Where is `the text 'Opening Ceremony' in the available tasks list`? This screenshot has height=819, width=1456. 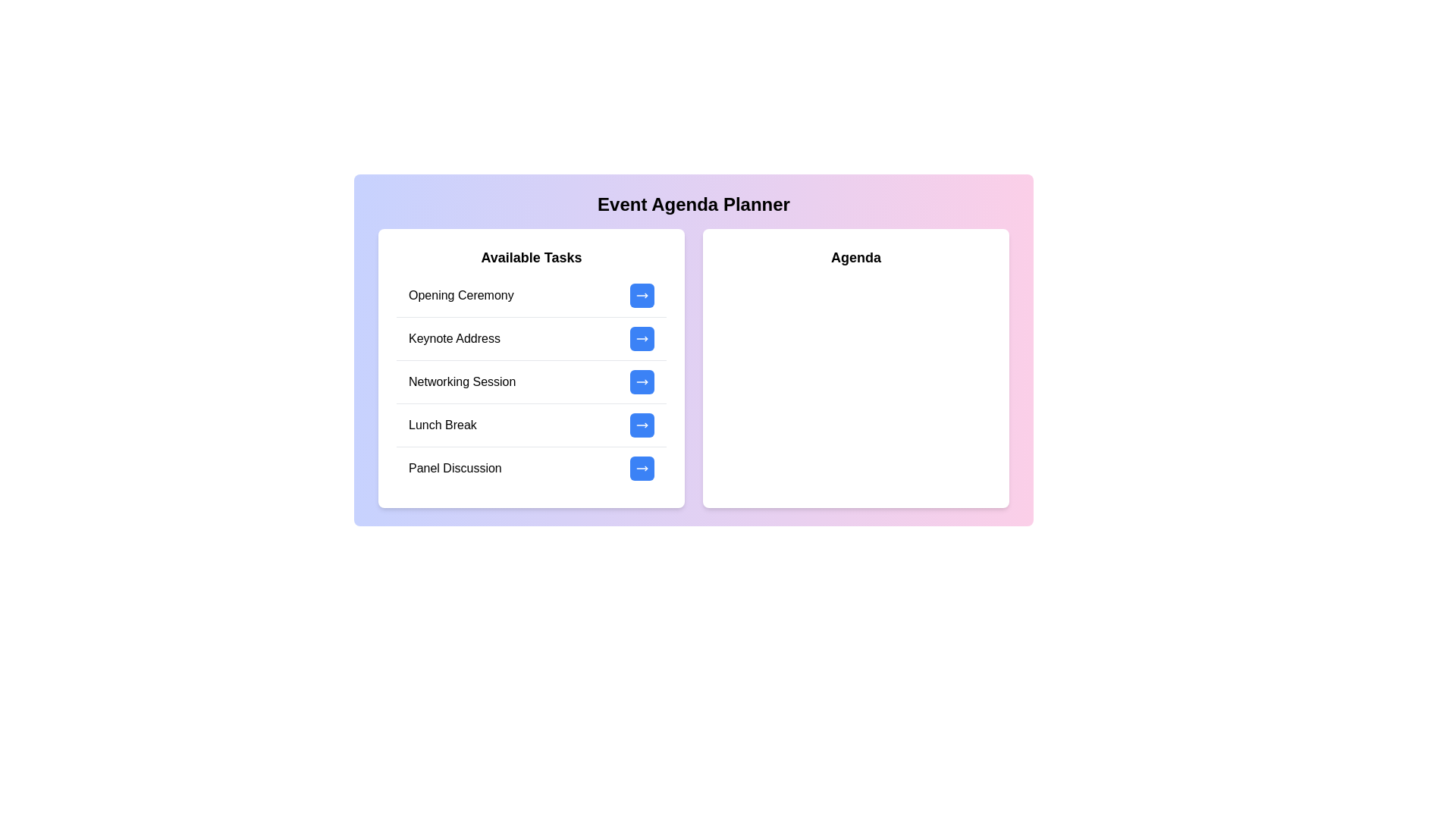 the text 'Opening Ceremony' in the available tasks list is located at coordinates (408, 287).